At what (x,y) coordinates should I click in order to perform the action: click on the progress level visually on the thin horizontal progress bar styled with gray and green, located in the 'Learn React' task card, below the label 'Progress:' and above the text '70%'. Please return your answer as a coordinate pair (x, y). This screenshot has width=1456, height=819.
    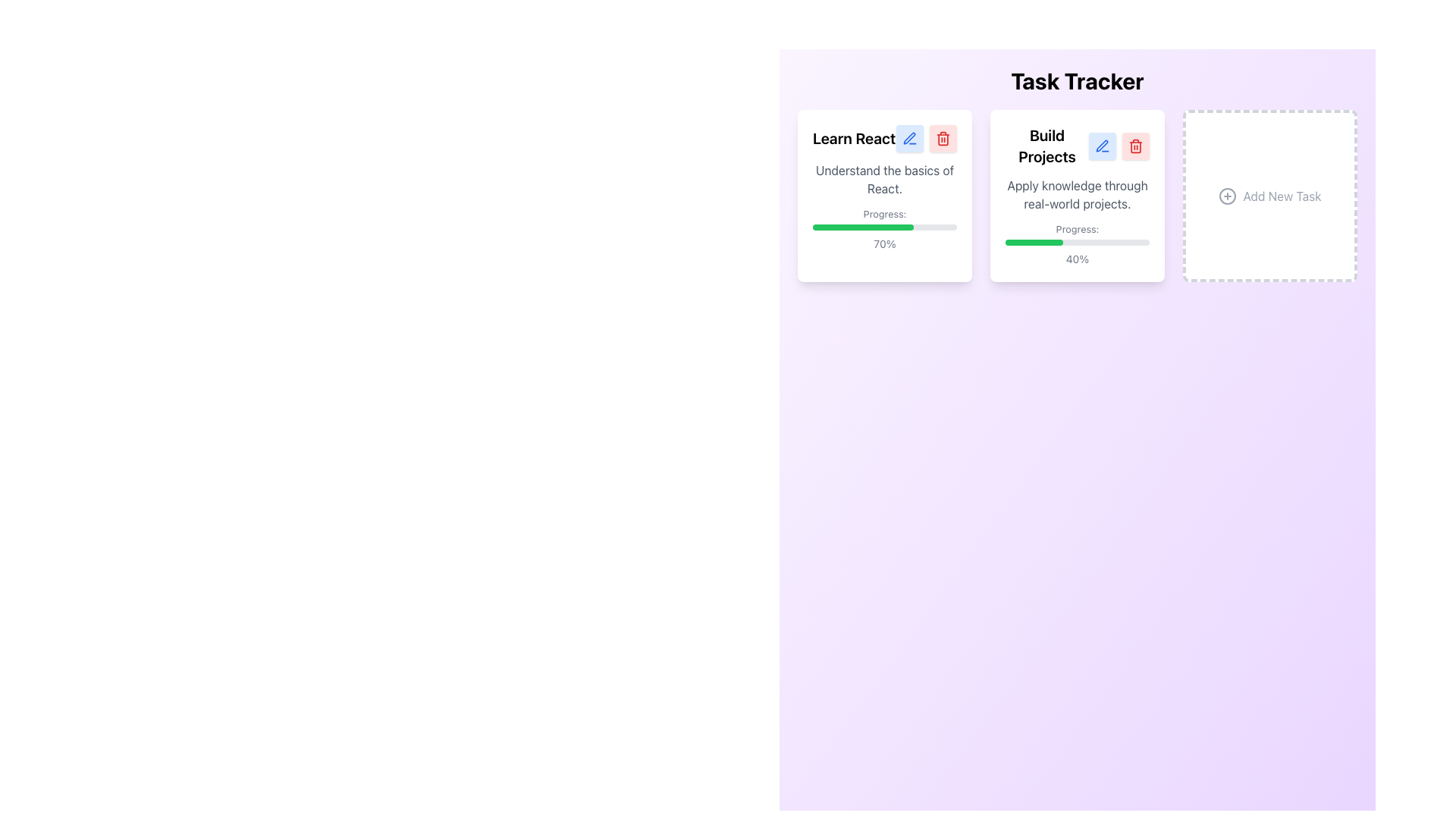
    Looking at the image, I should click on (884, 227).